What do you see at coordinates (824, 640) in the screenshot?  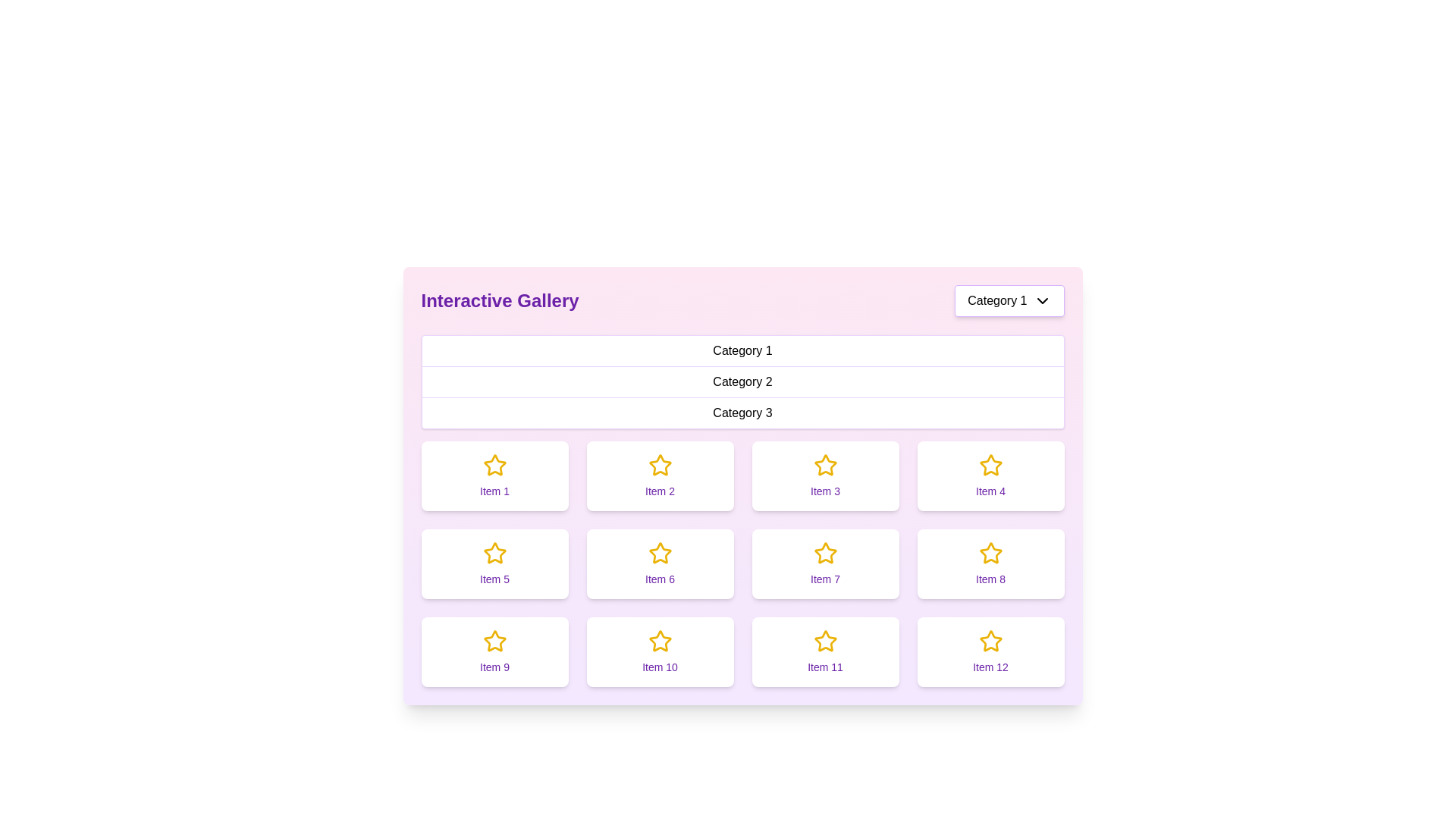 I see `the star icon located in the third row and third column of a 3x4 grid to rate or select Item 11` at bounding box center [824, 640].